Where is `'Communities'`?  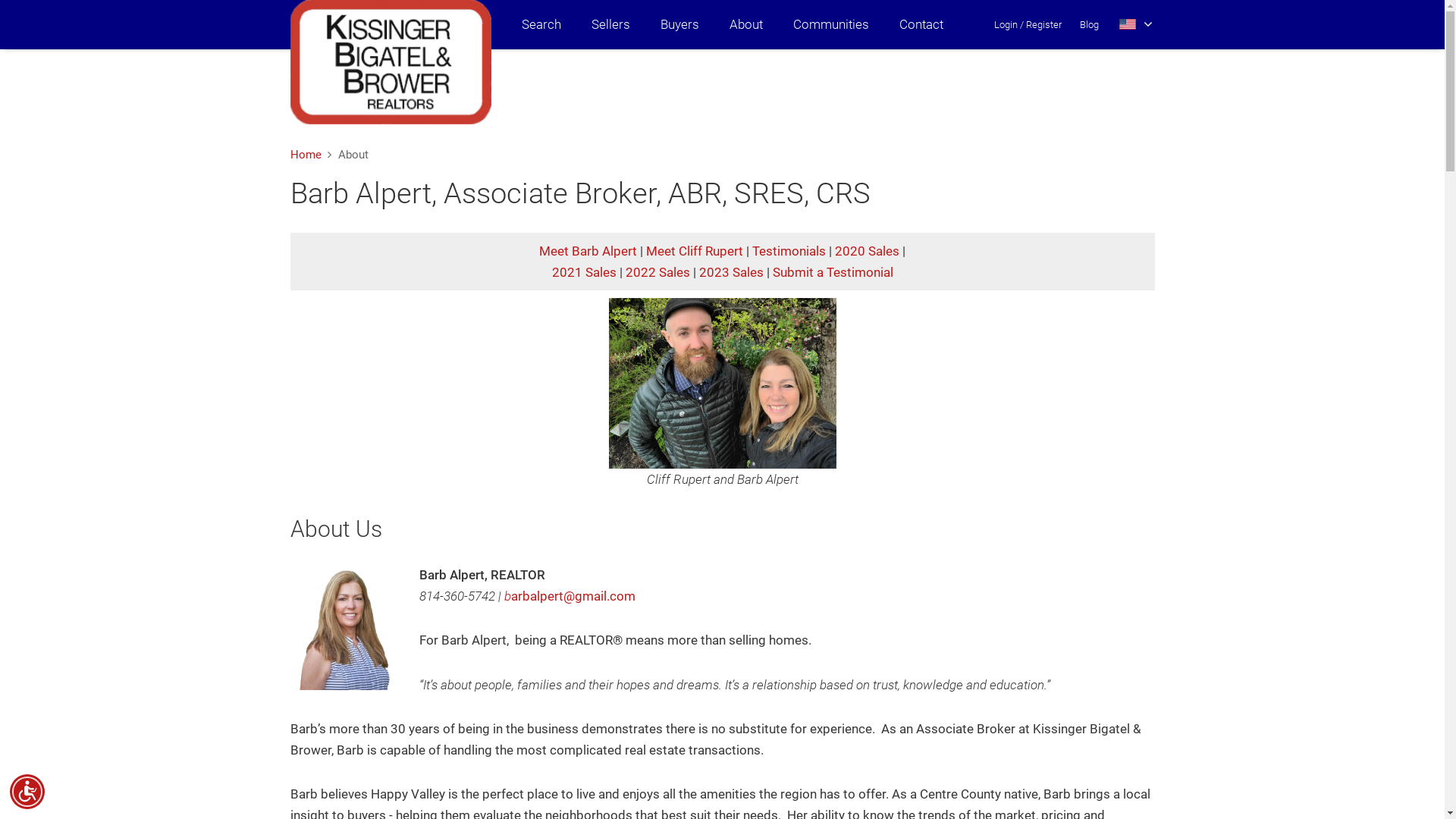 'Communities' is located at coordinates (830, 24).